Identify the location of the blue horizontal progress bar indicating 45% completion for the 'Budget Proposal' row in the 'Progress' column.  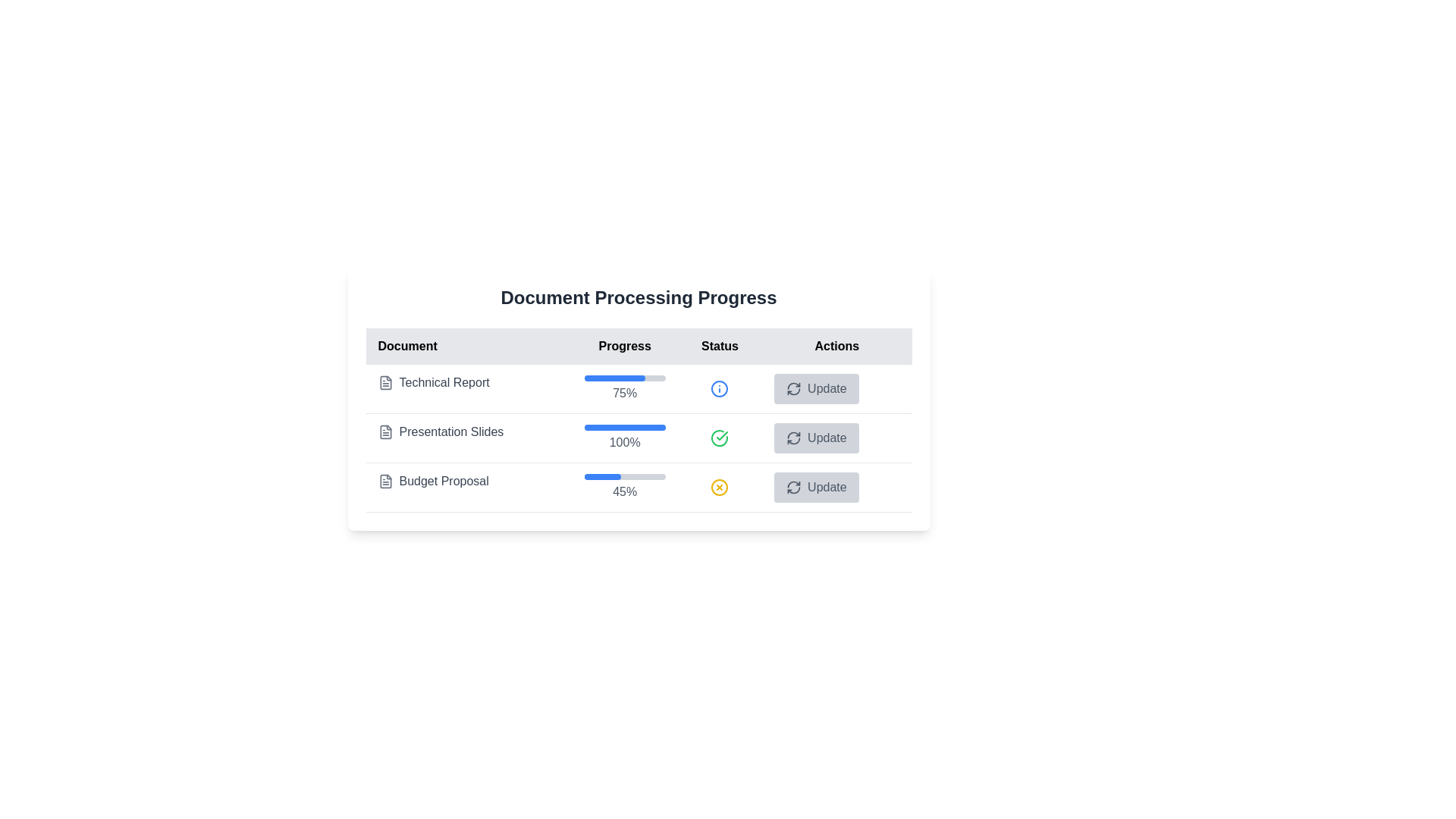
(601, 475).